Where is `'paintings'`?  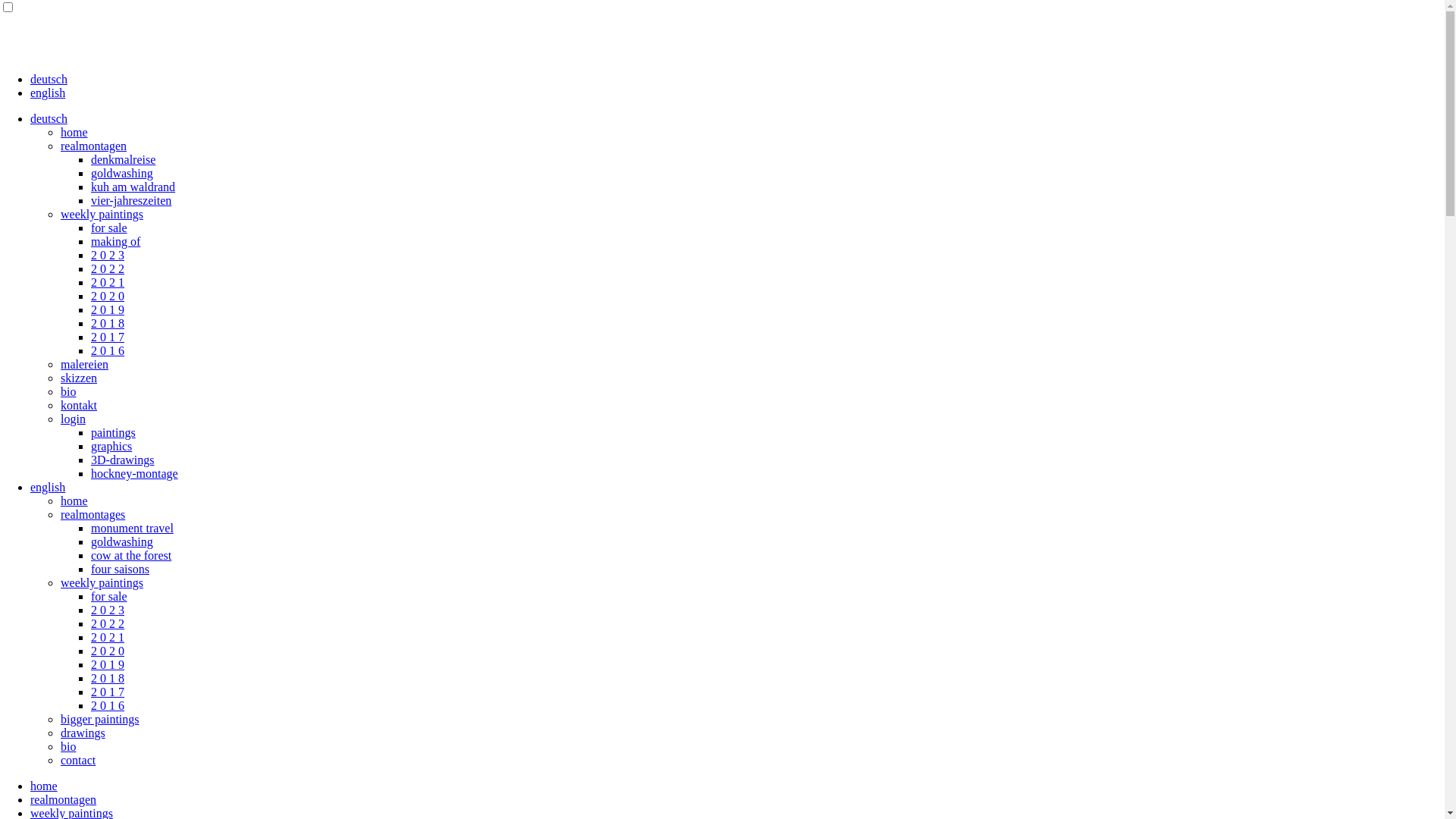 'paintings' is located at coordinates (112, 432).